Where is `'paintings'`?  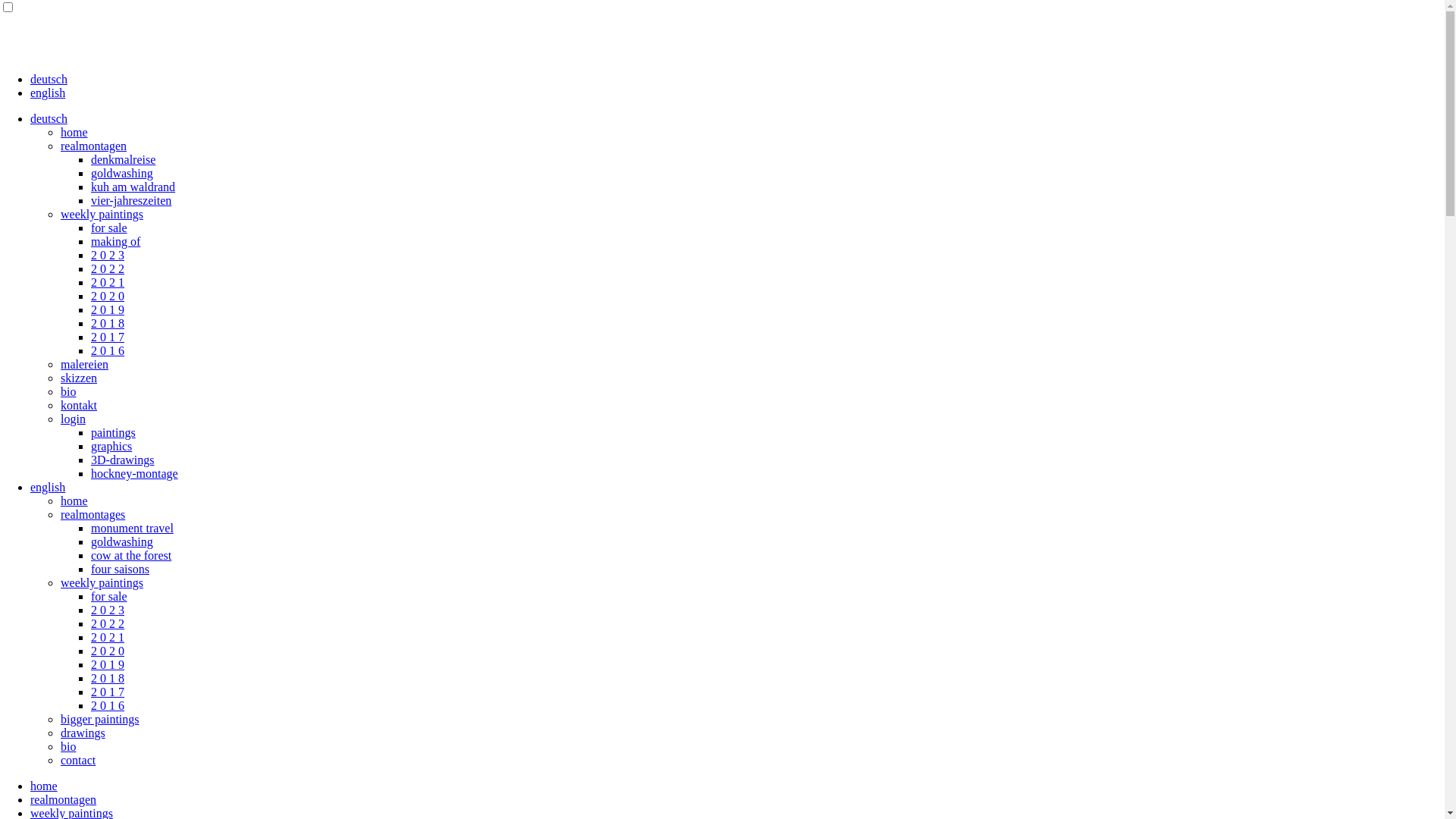 'paintings' is located at coordinates (112, 432).